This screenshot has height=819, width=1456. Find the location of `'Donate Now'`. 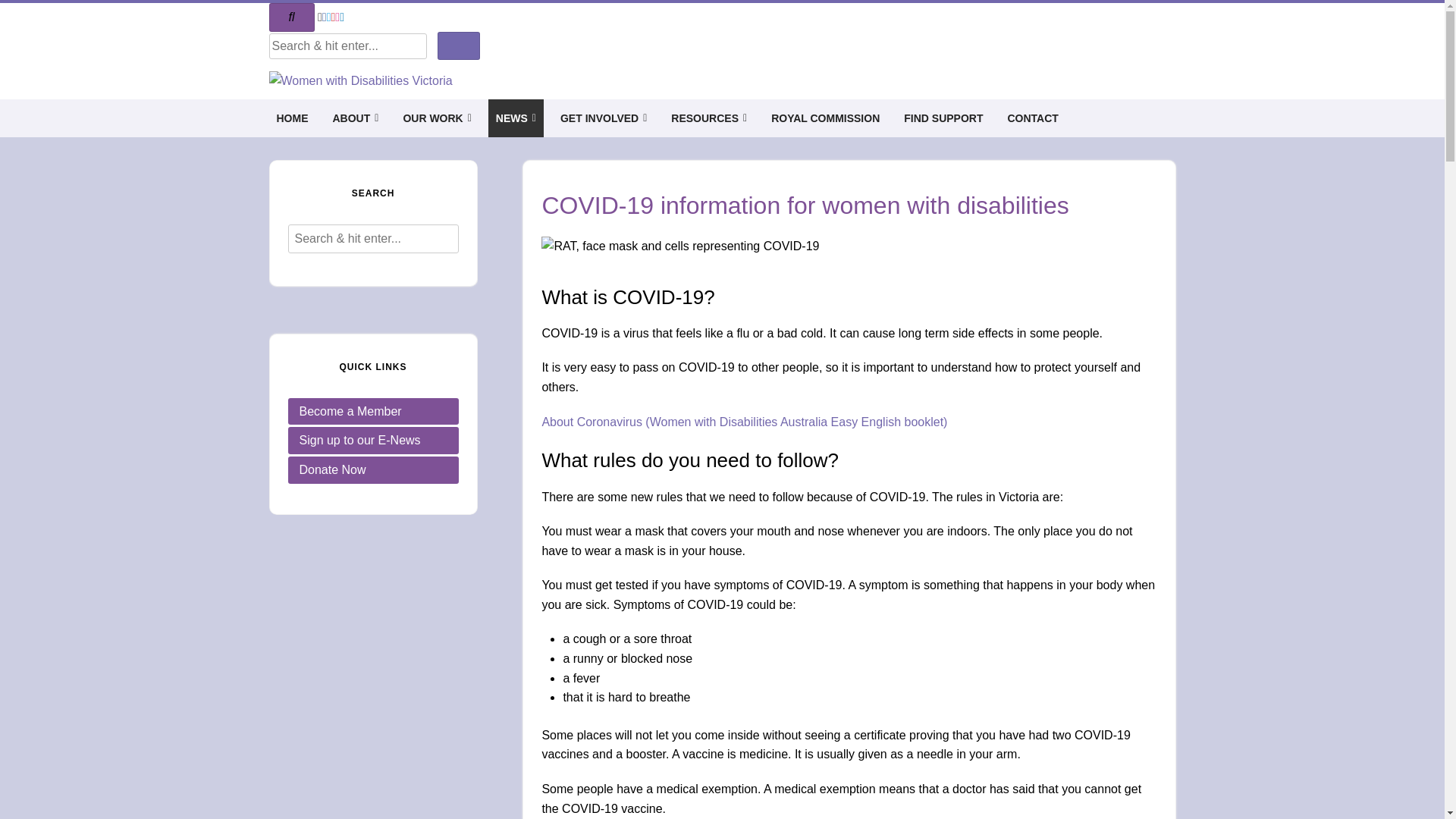

'Donate Now' is located at coordinates (373, 469).